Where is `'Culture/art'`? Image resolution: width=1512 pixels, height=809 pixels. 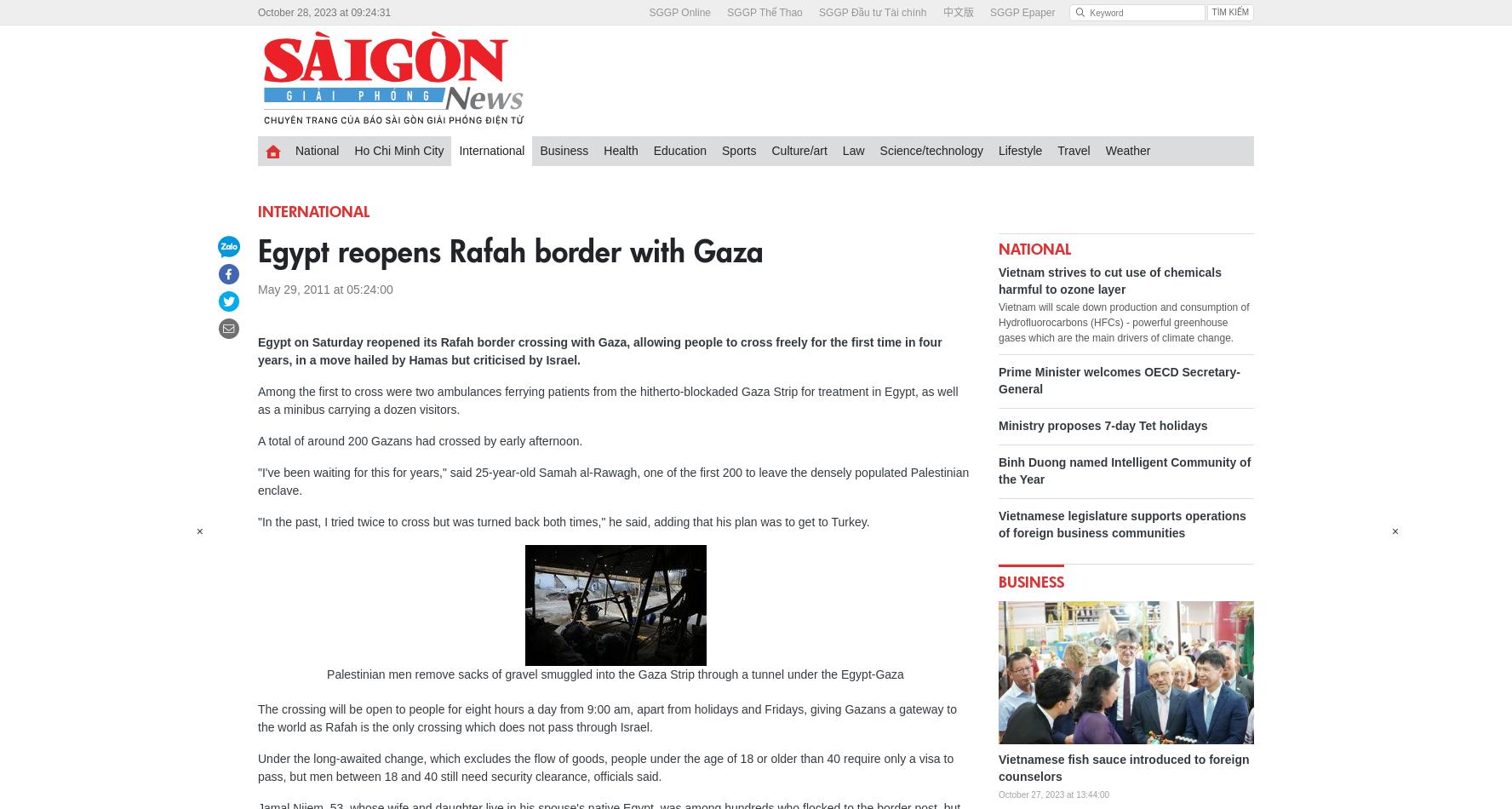 'Culture/art' is located at coordinates (770, 150).